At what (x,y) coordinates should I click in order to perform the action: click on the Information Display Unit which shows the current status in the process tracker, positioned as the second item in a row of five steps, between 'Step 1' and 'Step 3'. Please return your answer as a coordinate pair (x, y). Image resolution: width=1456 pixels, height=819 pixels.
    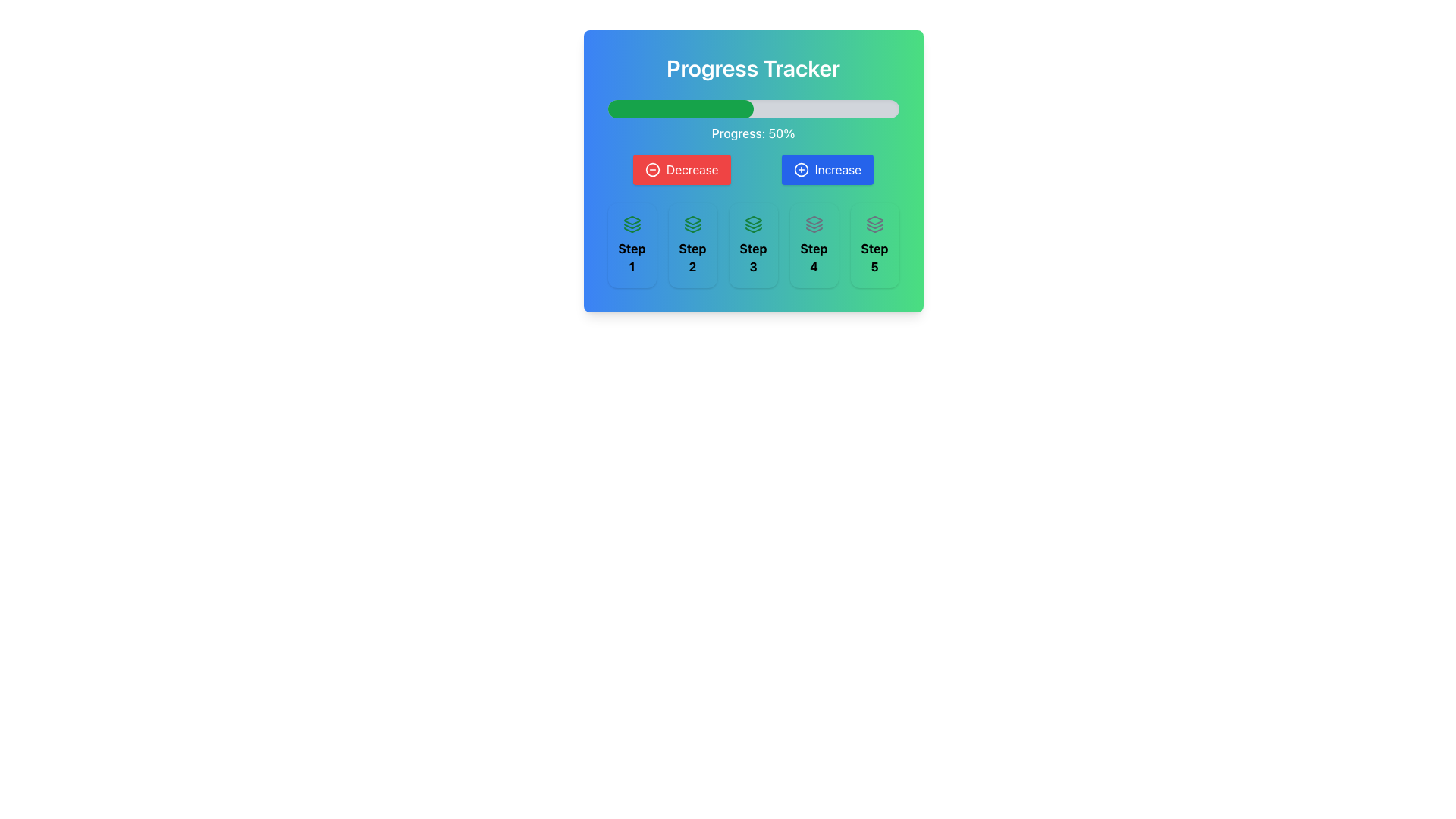
    Looking at the image, I should click on (692, 245).